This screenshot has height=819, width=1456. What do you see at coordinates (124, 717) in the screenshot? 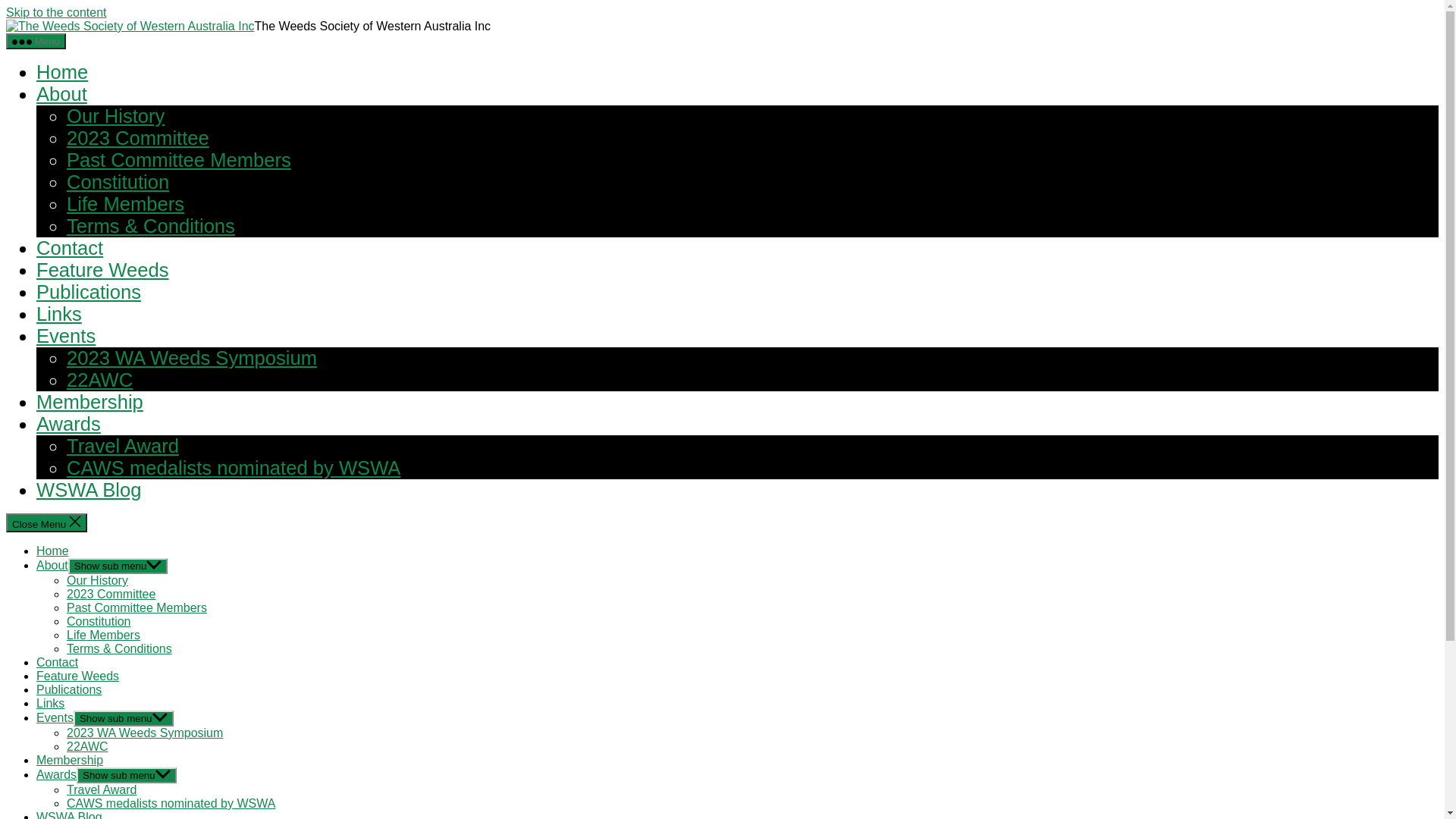
I see `'Show sub menu'` at bounding box center [124, 717].